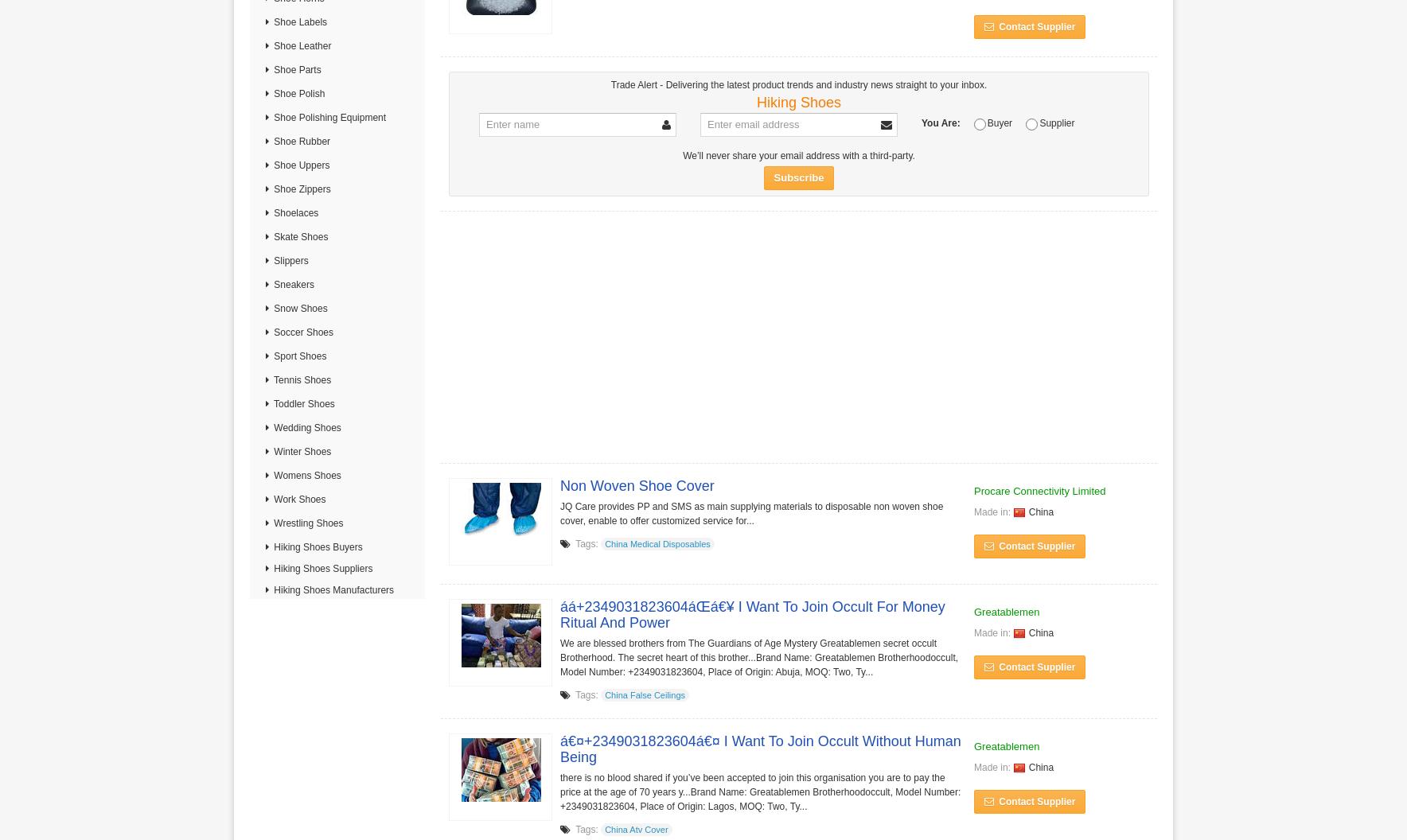 The image size is (1407, 840). I want to click on 'áá+2349031823604áŒá€¥ I Want To Join Occult For Money Ritual And Power', so click(751, 613).